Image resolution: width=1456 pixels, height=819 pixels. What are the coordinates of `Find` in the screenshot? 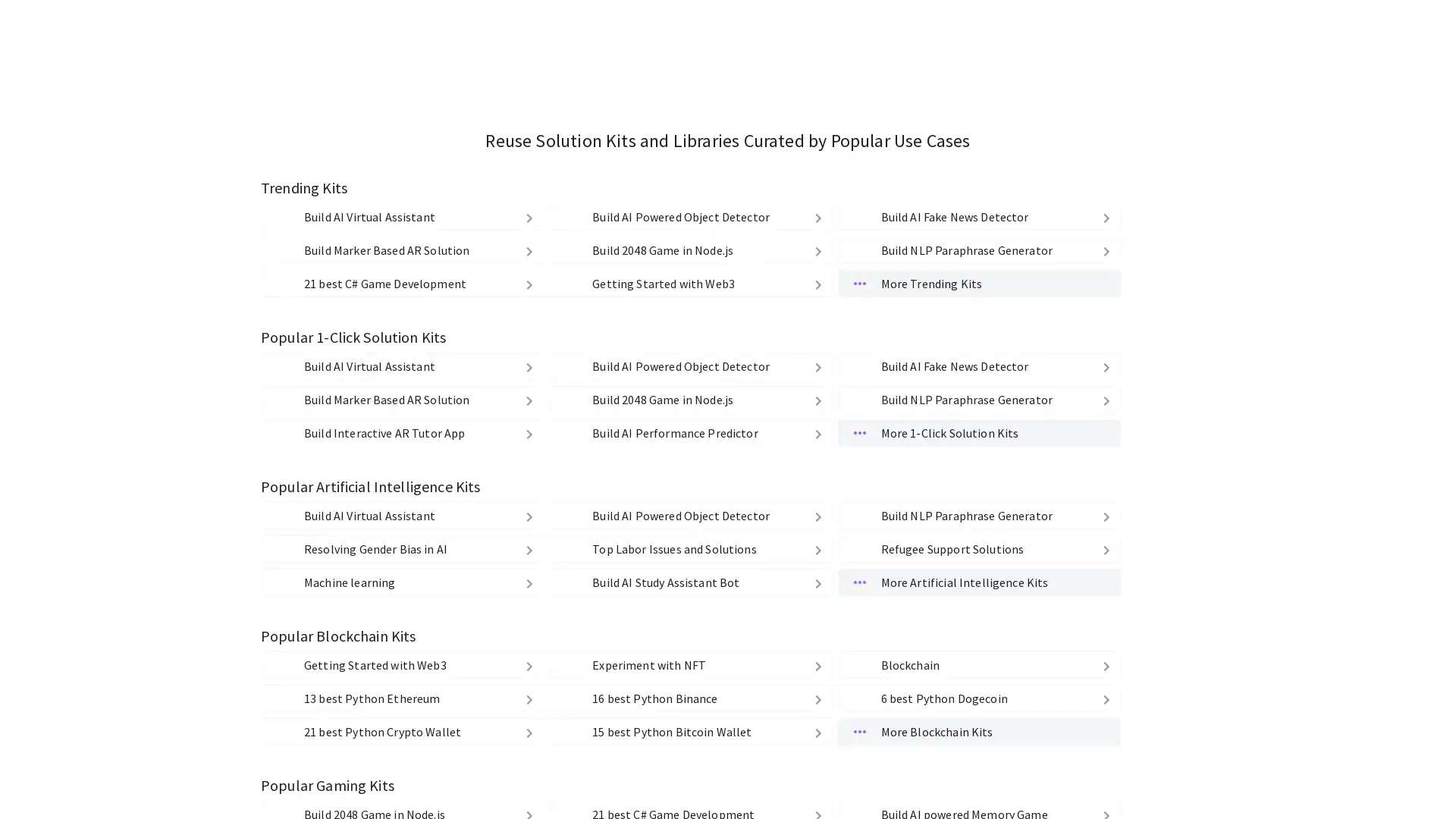 It's located at (1077, 236).